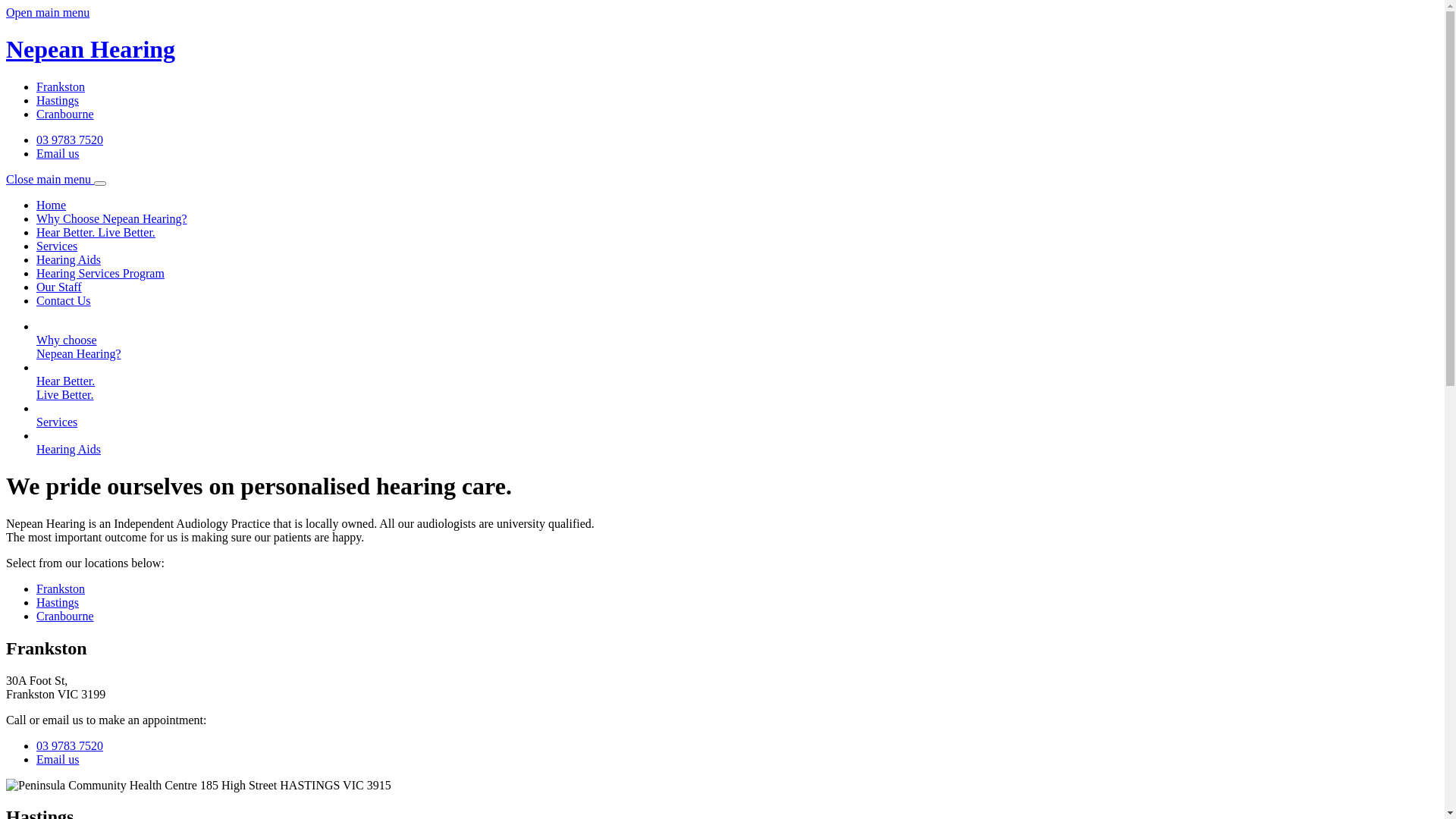 The height and width of the screenshot is (819, 1456). What do you see at coordinates (47, 12) in the screenshot?
I see `'Open main menu'` at bounding box center [47, 12].